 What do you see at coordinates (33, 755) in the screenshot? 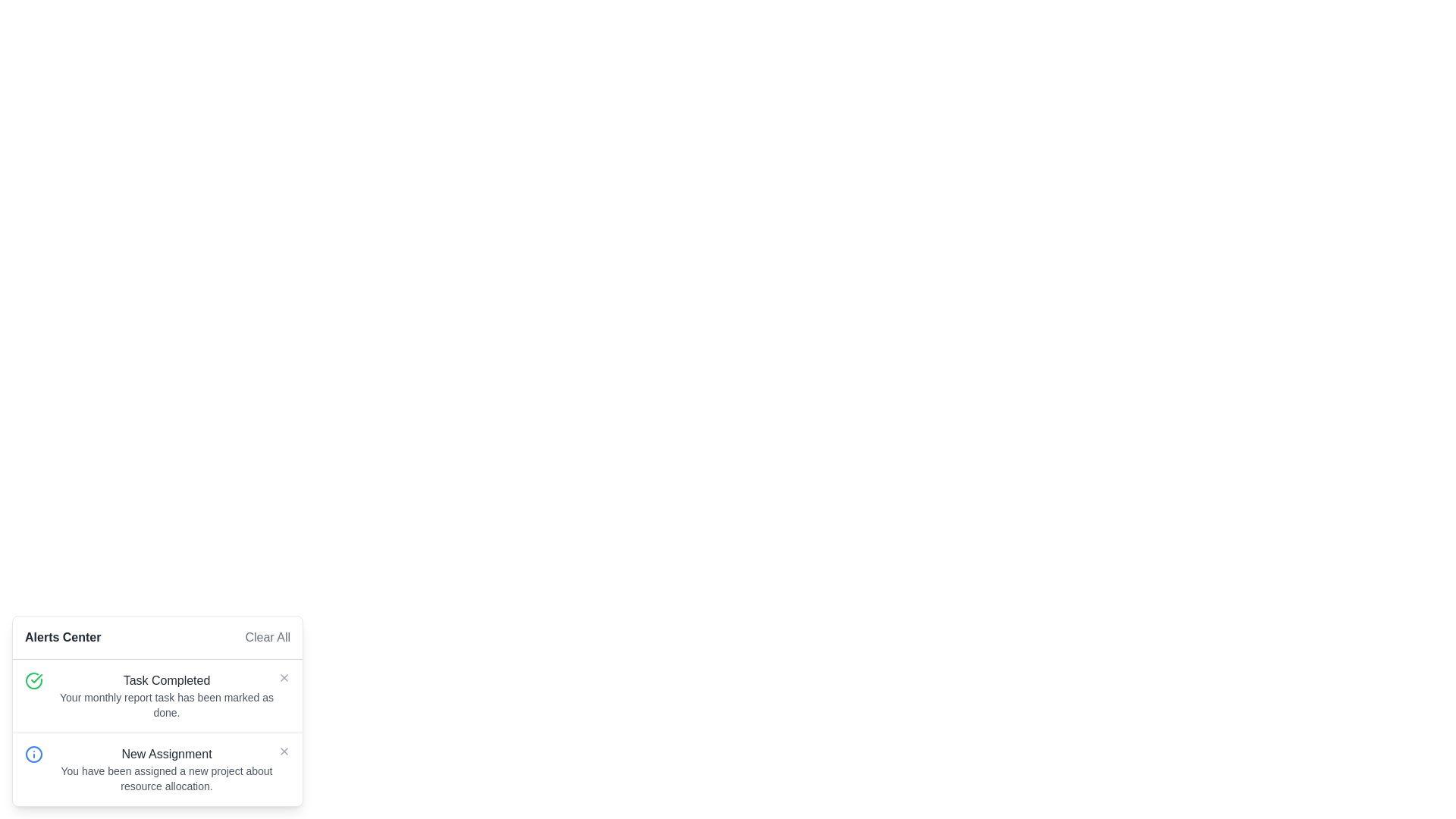
I see `the information icon located to the left of the text within the 'New Assignment' notification card` at bounding box center [33, 755].